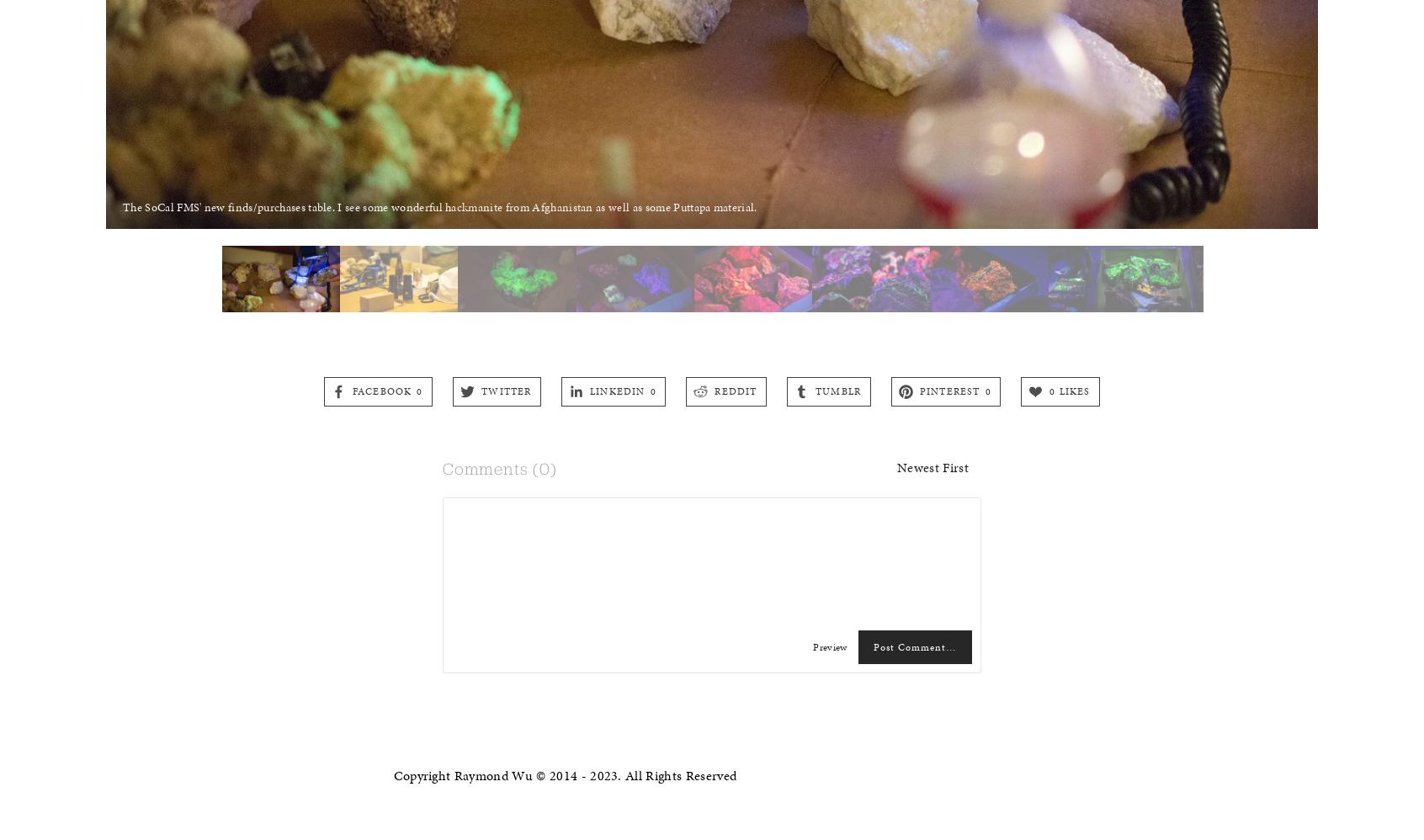 Image resolution: width=1424 pixels, height=840 pixels. What do you see at coordinates (491, 775) in the screenshot?
I see `'Copyright Raymond Wu © 2014 -'` at bounding box center [491, 775].